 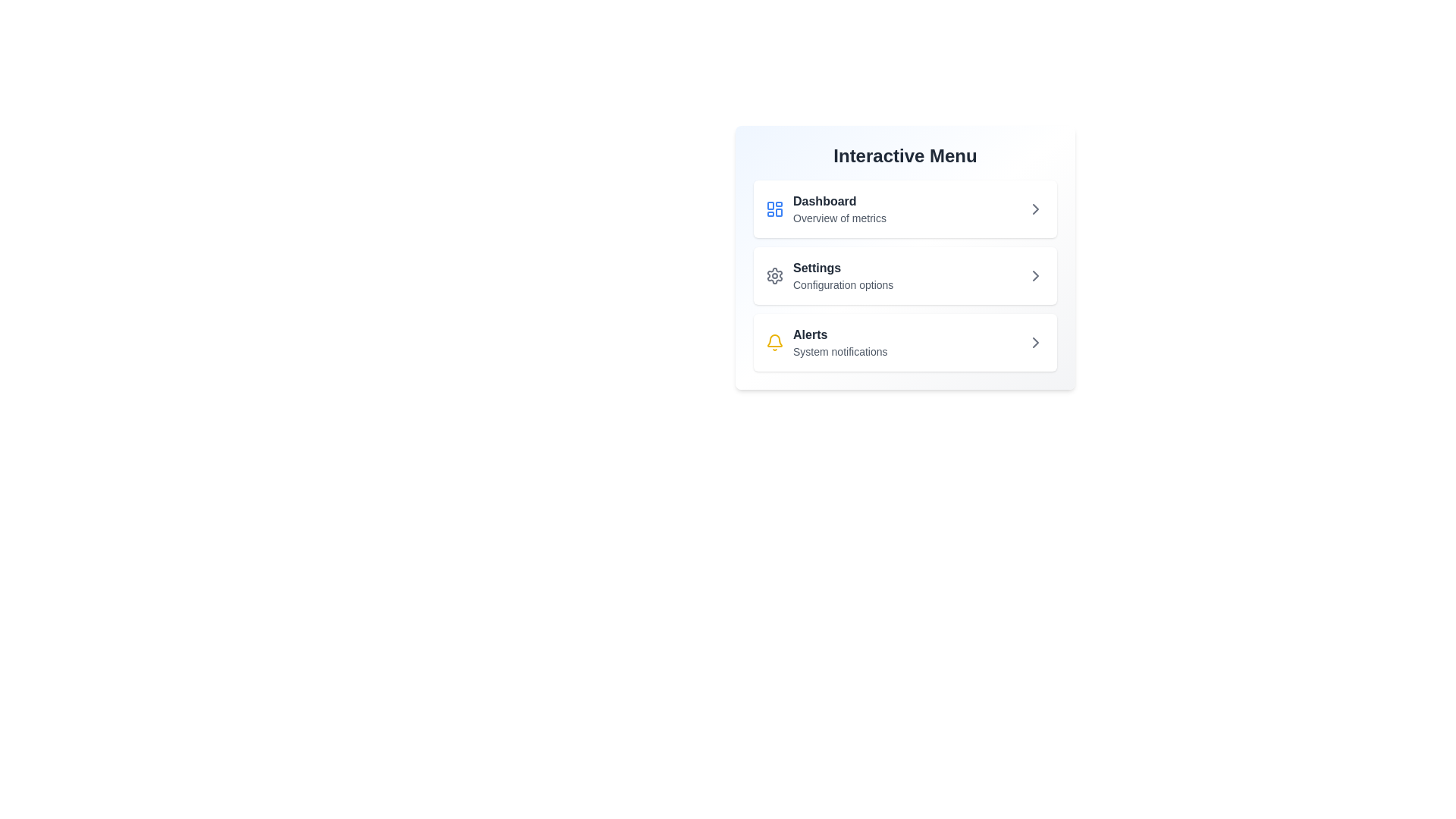 I want to click on the 'Alerts' text content block, which features a bold 'Alerts' heading and a smaller 'System notifications' subtitle, so click(x=839, y=342).